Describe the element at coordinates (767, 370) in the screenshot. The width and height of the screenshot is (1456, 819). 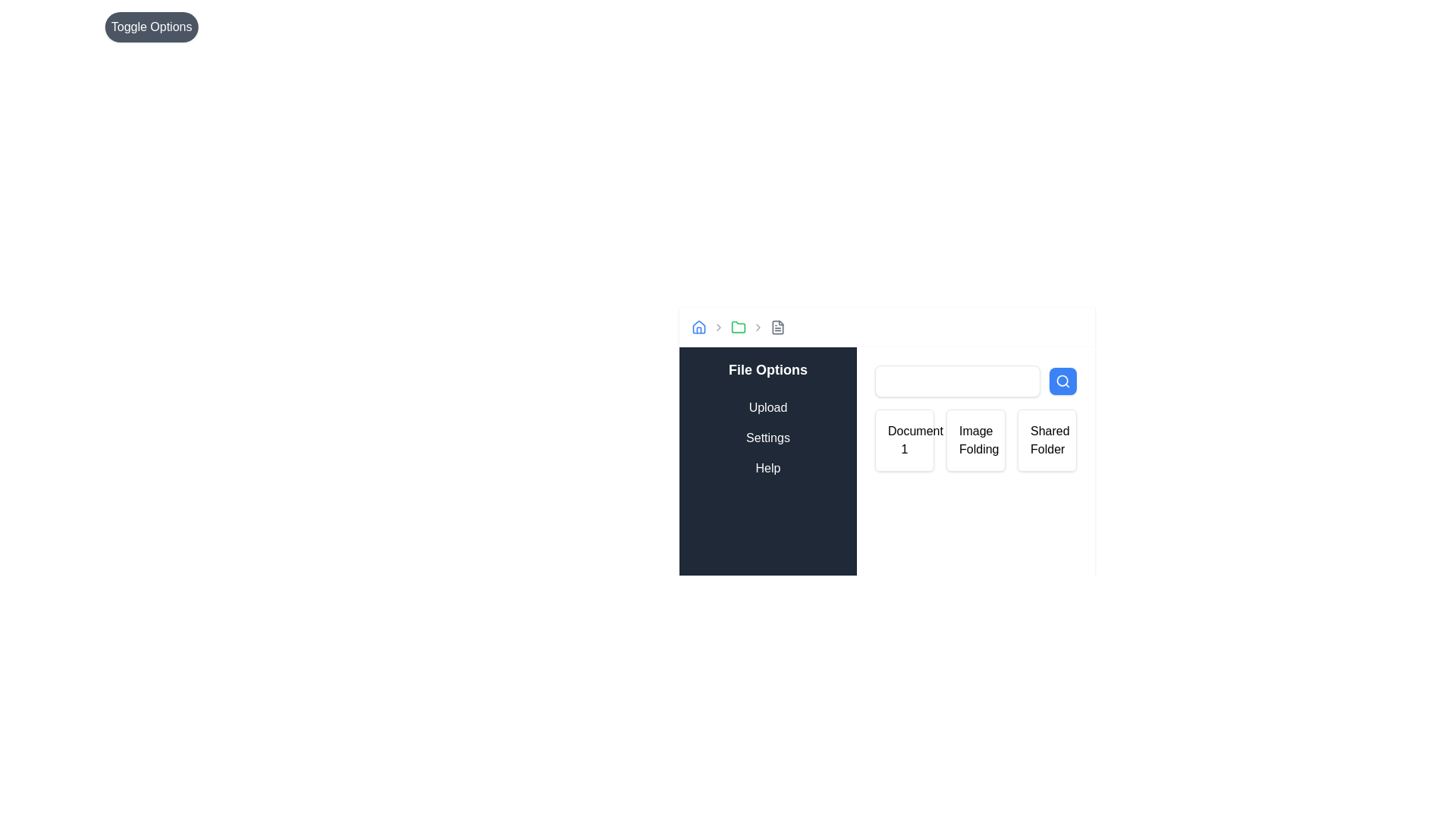
I see `the prominent static text label located at the top-left corner of the dark sidebar, which serves as the header for the menu options below` at that location.